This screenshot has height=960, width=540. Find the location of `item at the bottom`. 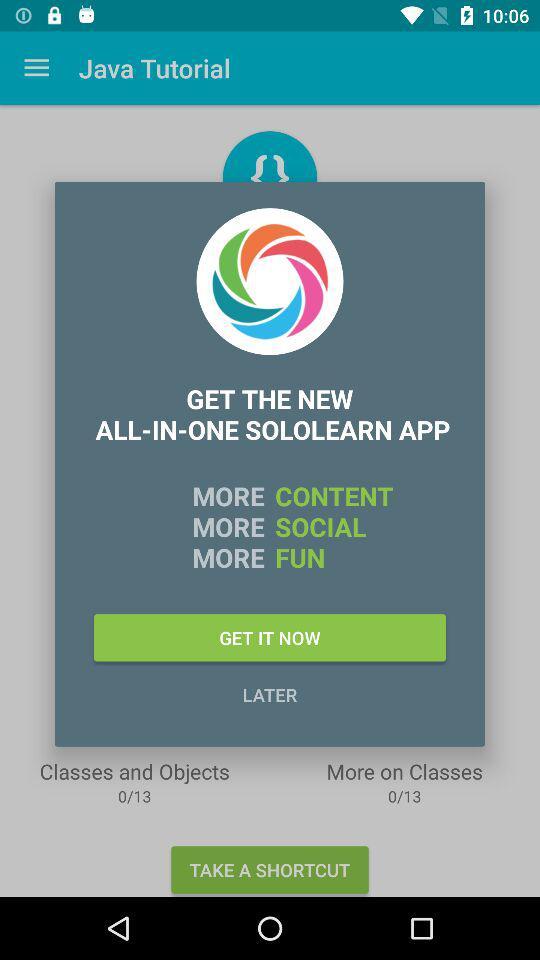

item at the bottom is located at coordinates (270, 694).